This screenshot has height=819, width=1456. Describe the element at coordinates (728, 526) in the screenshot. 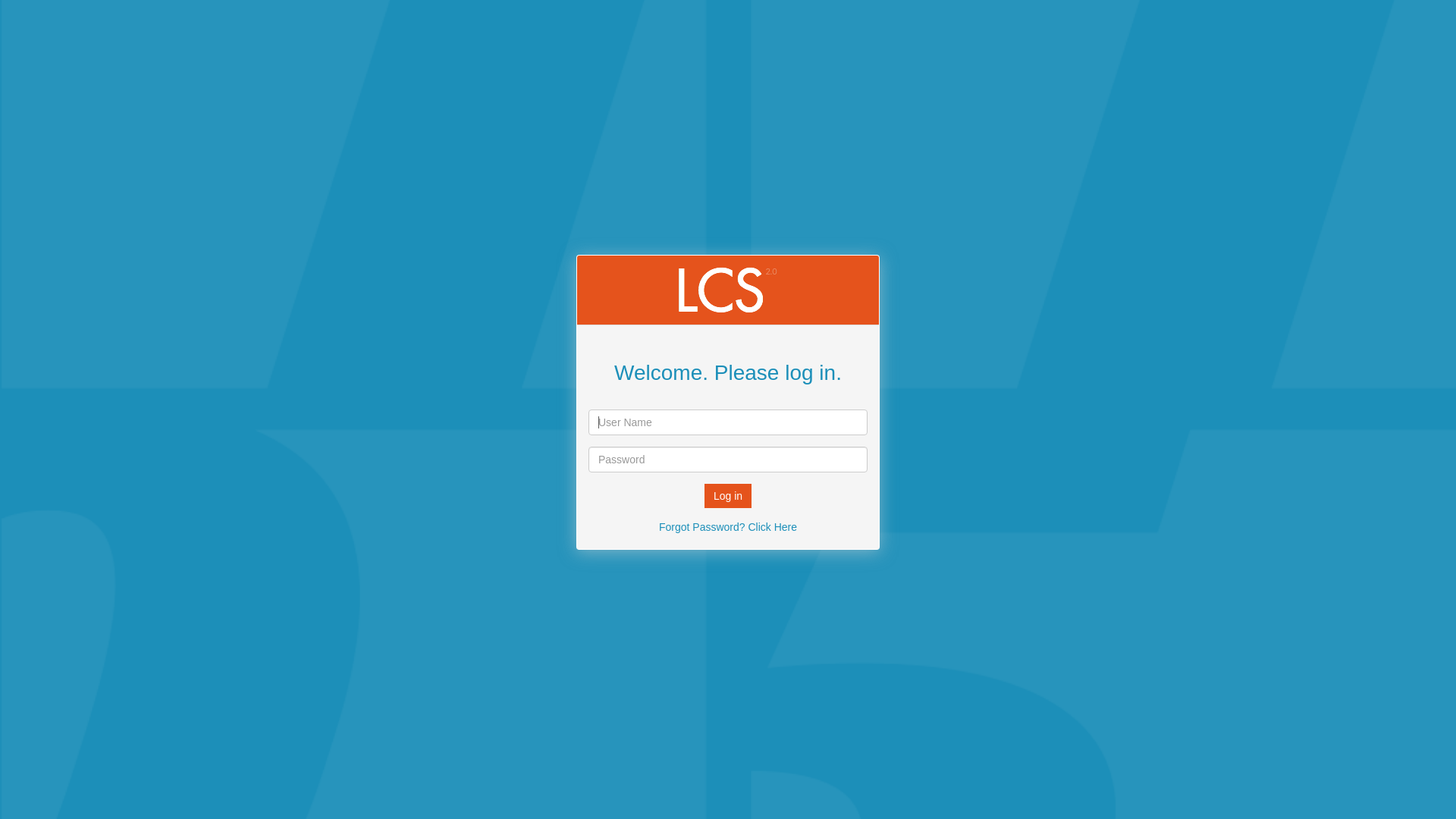

I see `'Forgot Password? Click Here'` at that location.